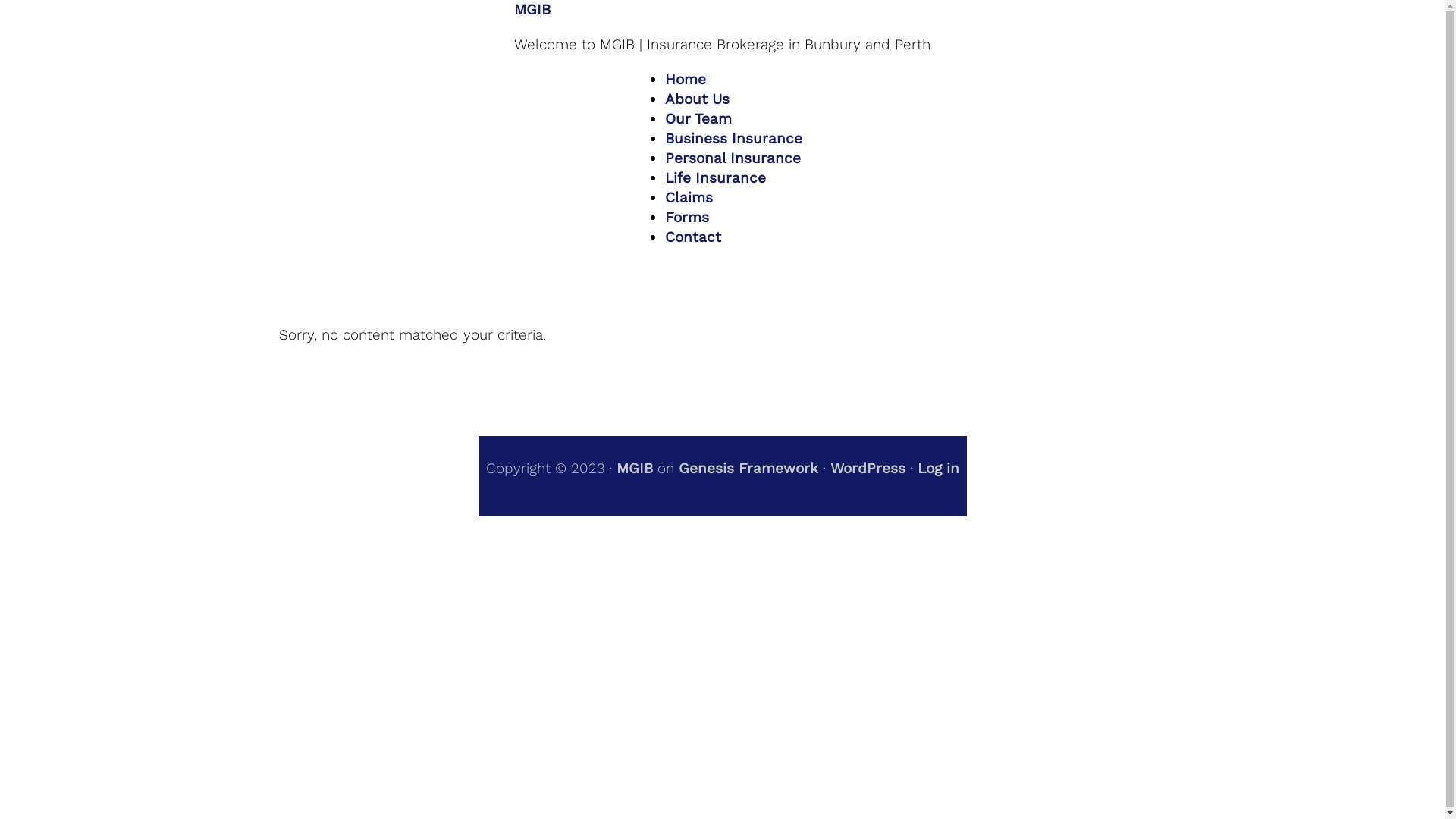  I want to click on 'Genesis Framework', so click(747, 467).